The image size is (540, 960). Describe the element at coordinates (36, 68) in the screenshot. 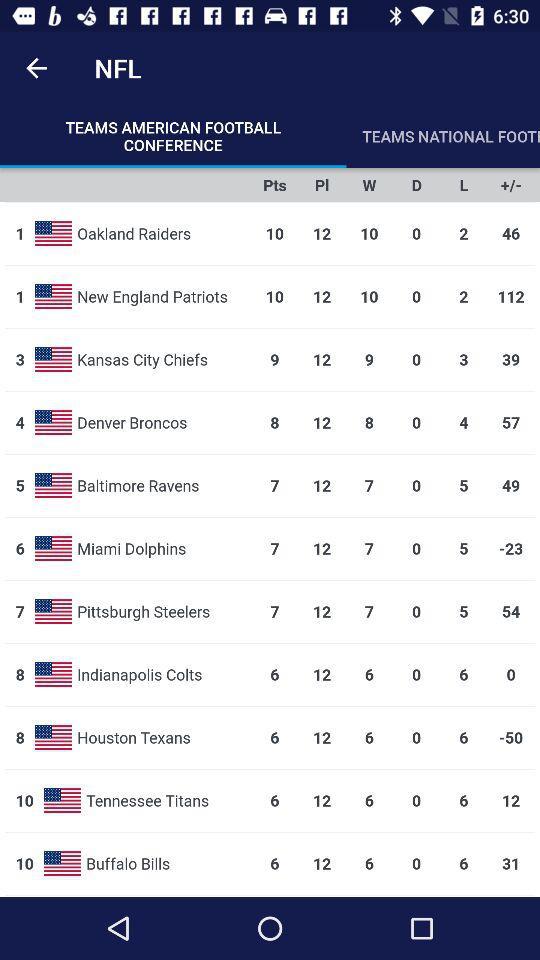

I see `the icon next to the nfl icon` at that location.